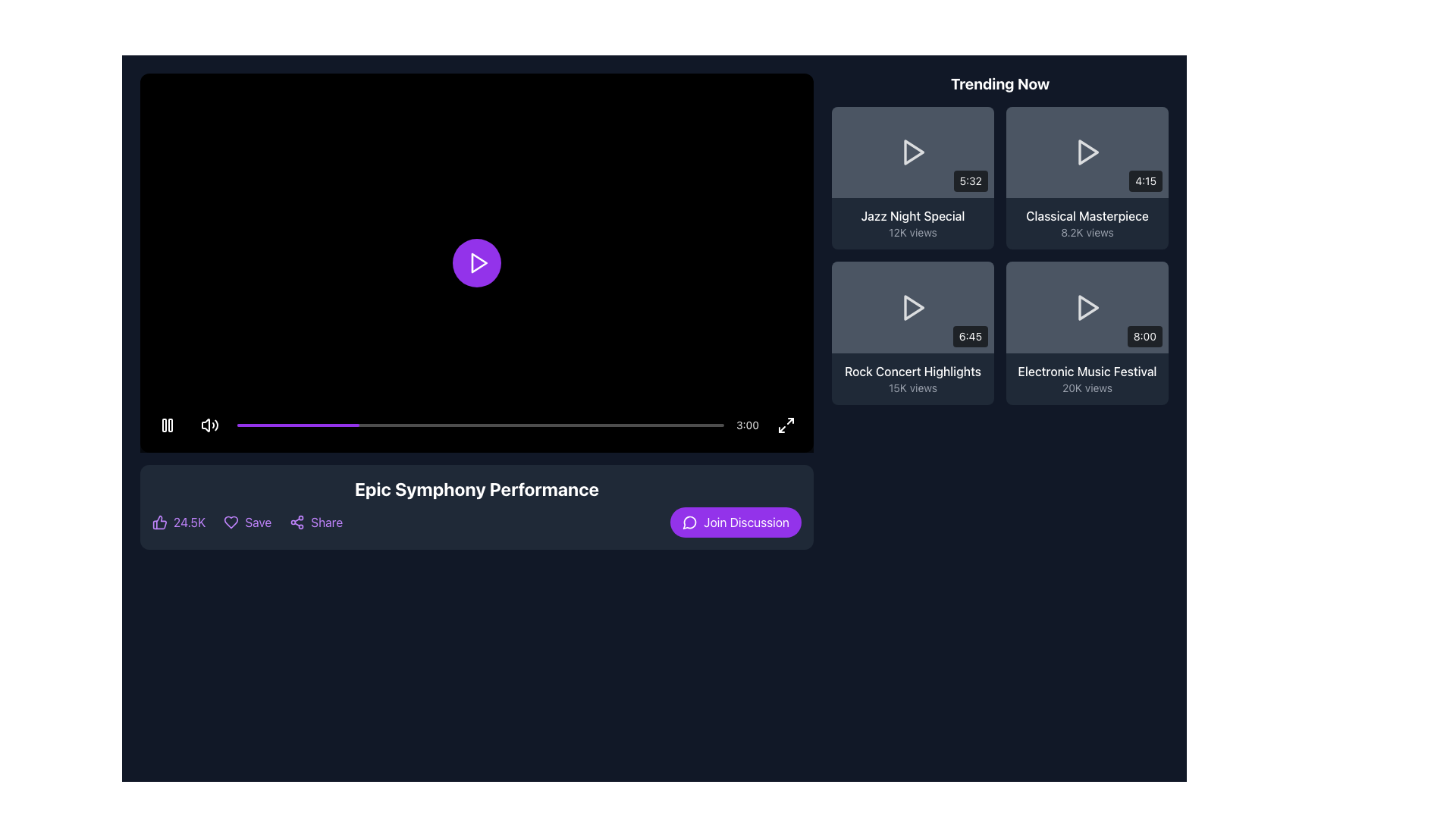 The height and width of the screenshot is (819, 1456). What do you see at coordinates (160, 521) in the screenshot?
I see `the purple thumbs-up icon located at the left-most side of the horizontal row at the bottom of the video panel, which is next to the numeric text '24.5K'` at bounding box center [160, 521].